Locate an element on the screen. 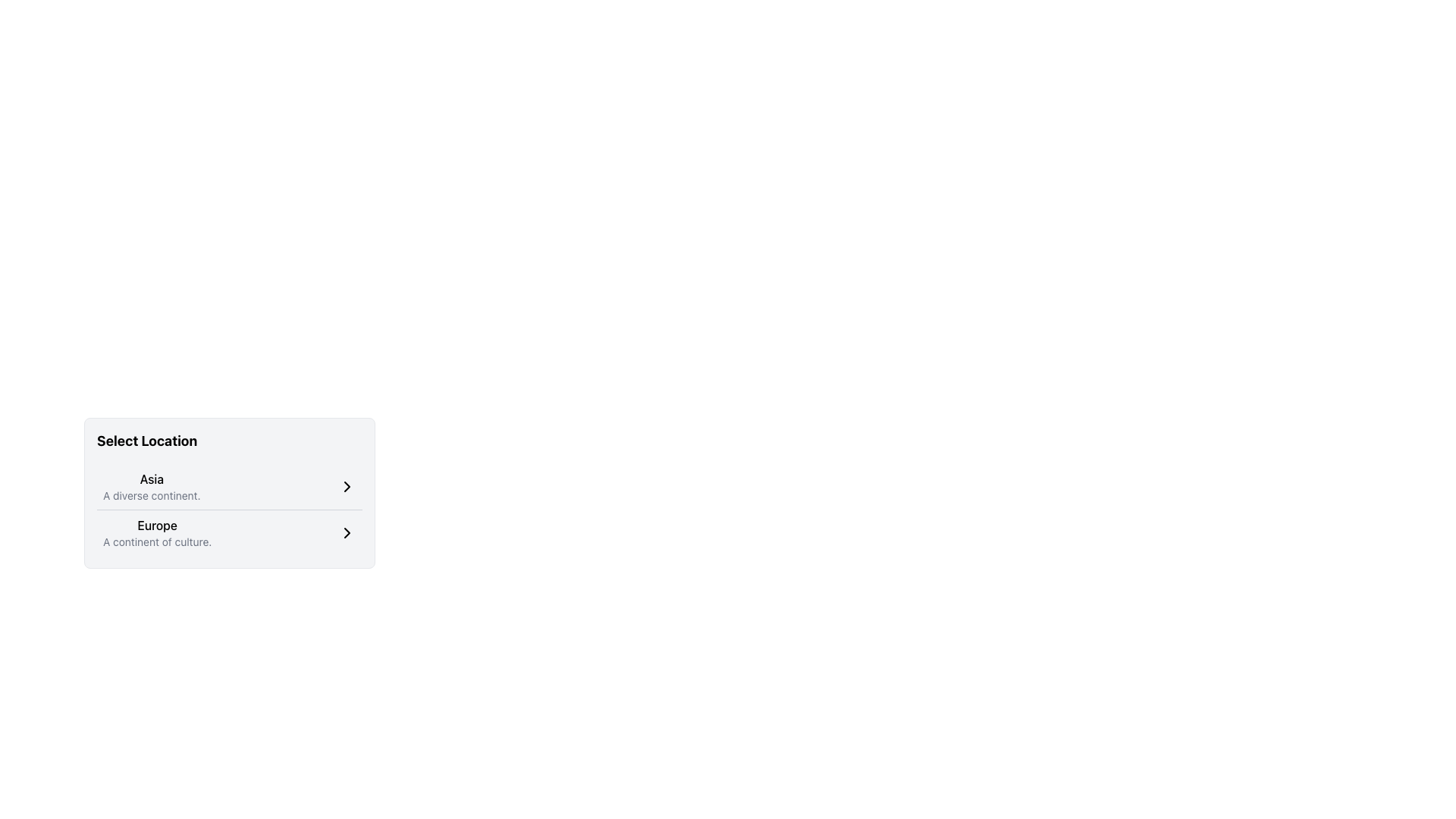 The width and height of the screenshot is (1456, 819). the 'Europe' Text Label located beneath the 'Asia' option in the 'Select Location' panel is located at coordinates (157, 532).